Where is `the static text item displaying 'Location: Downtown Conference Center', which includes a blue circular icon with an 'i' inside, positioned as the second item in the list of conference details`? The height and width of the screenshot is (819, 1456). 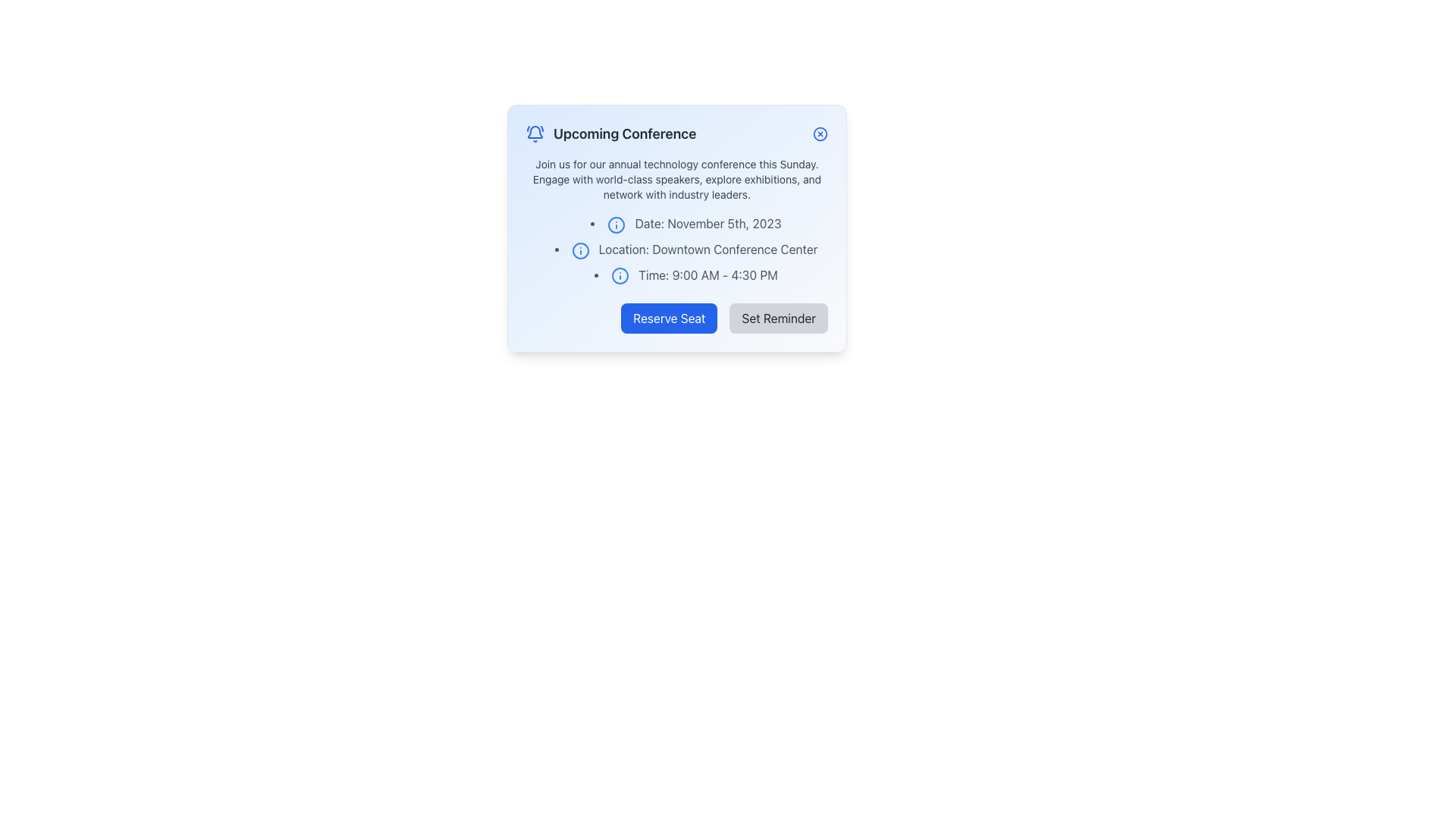
the static text item displaying 'Location: Downtown Conference Center', which includes a blue circular icon with an 'i' inside, positioned as the second item in the list of conference details is located at coordinates (686, 248).